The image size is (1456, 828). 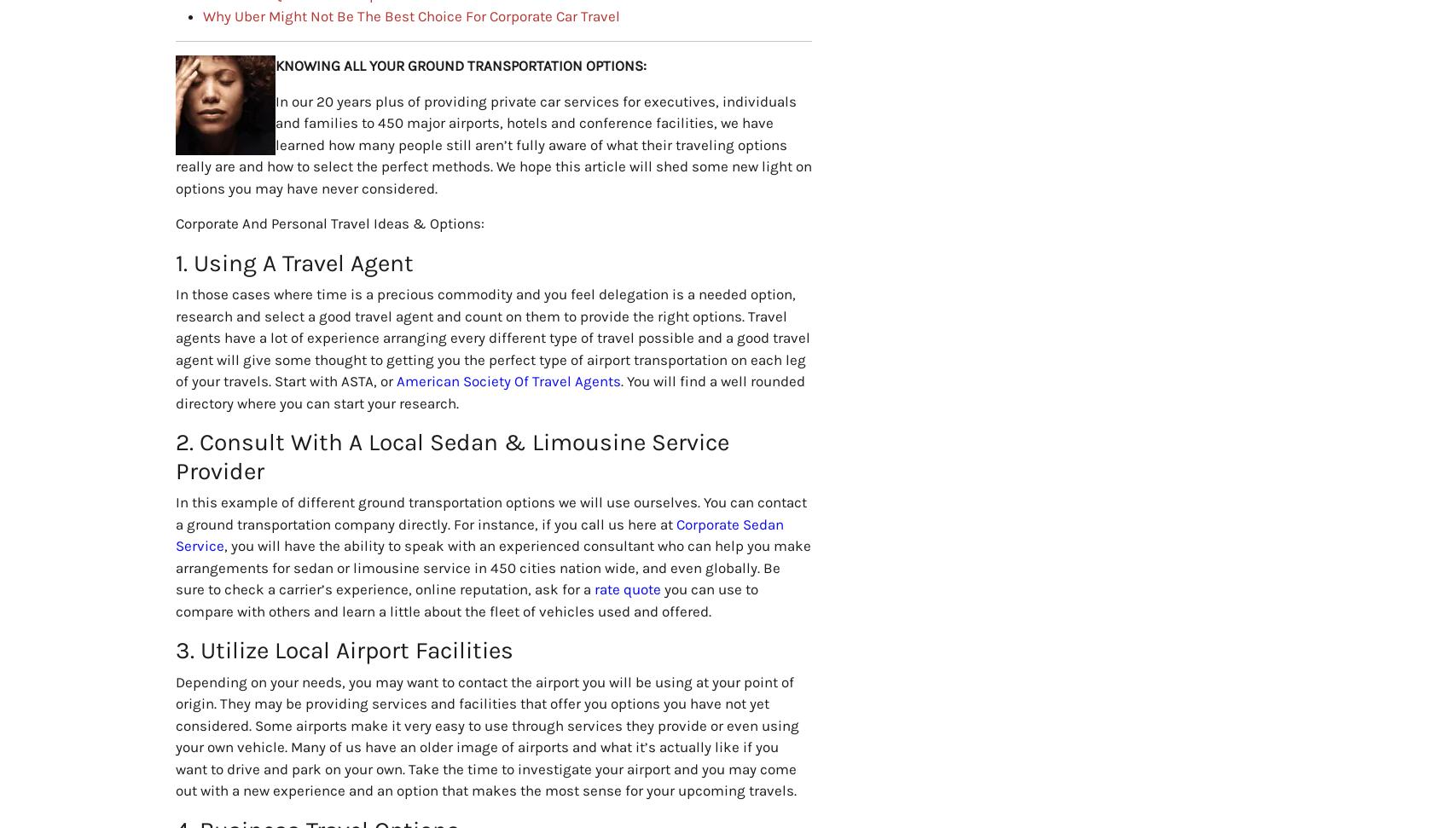 What do you see at coordinates (471, 568) in the screenshot?
I see `'Blog'` at bounding box center [471, 568].